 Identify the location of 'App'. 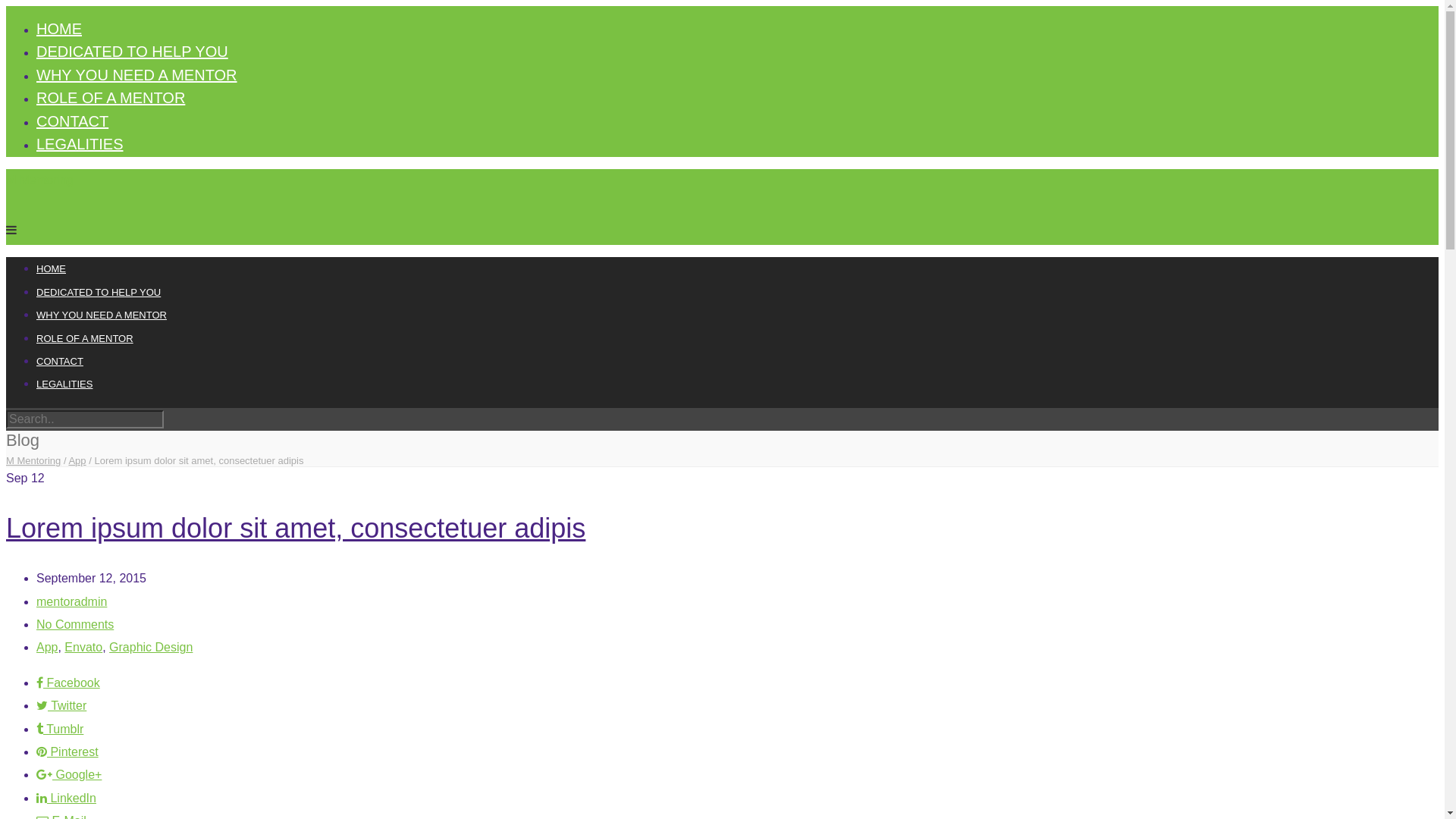
(76, 460).